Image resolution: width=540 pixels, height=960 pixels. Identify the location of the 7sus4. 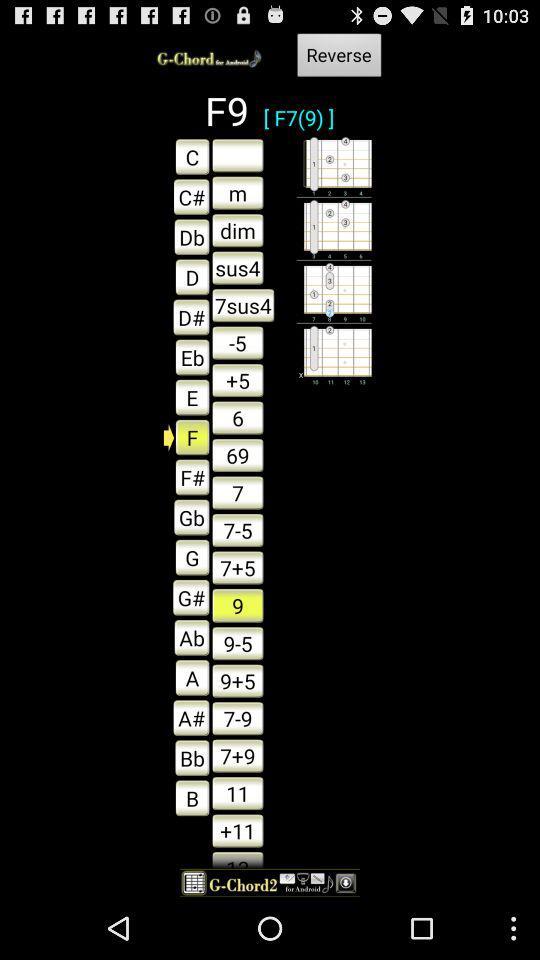
(243, 305).